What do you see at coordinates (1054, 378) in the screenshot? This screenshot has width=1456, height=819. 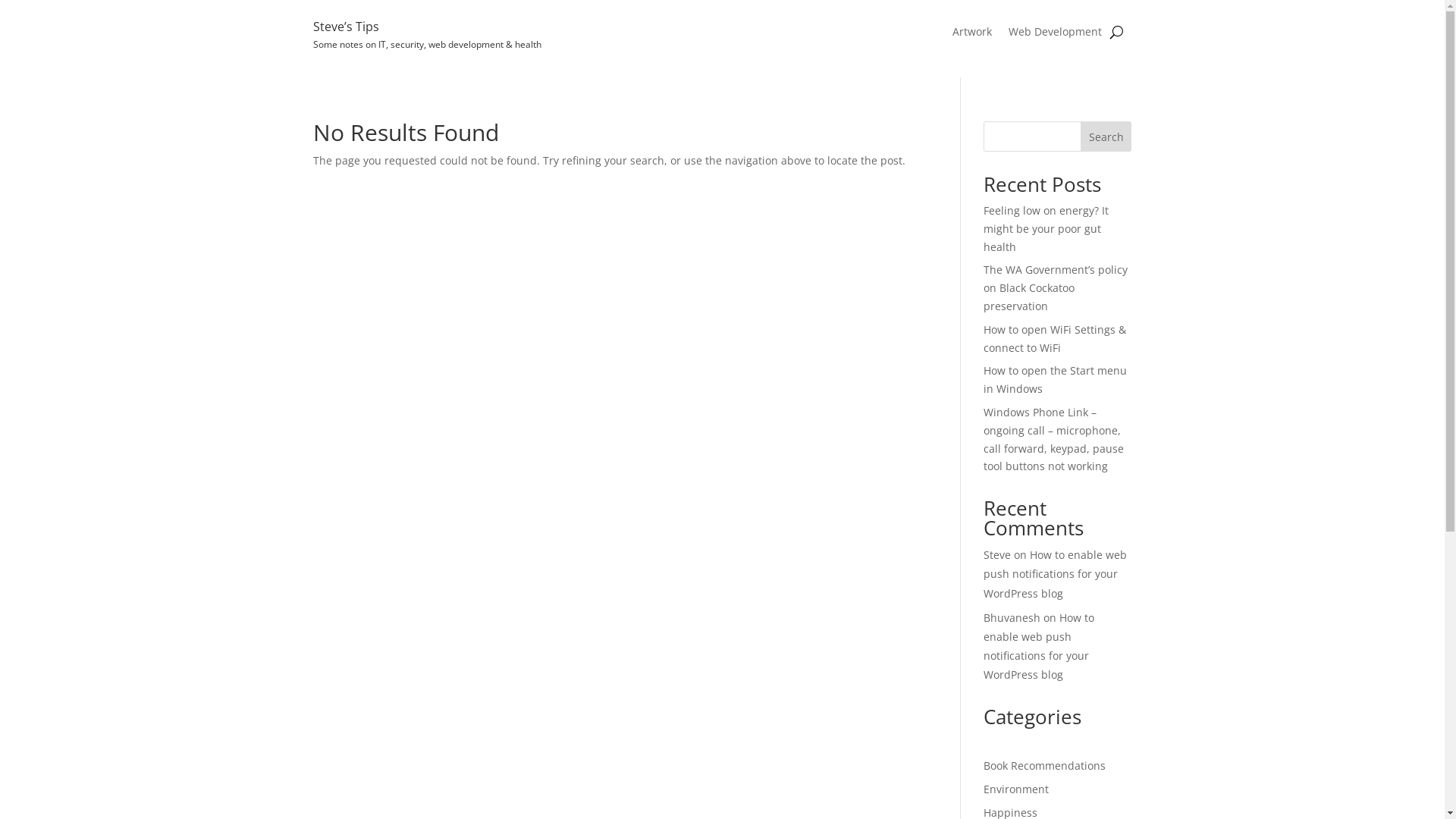 I see `'How to open the Start menu in Windows'` at bounding box center [1054, 378].